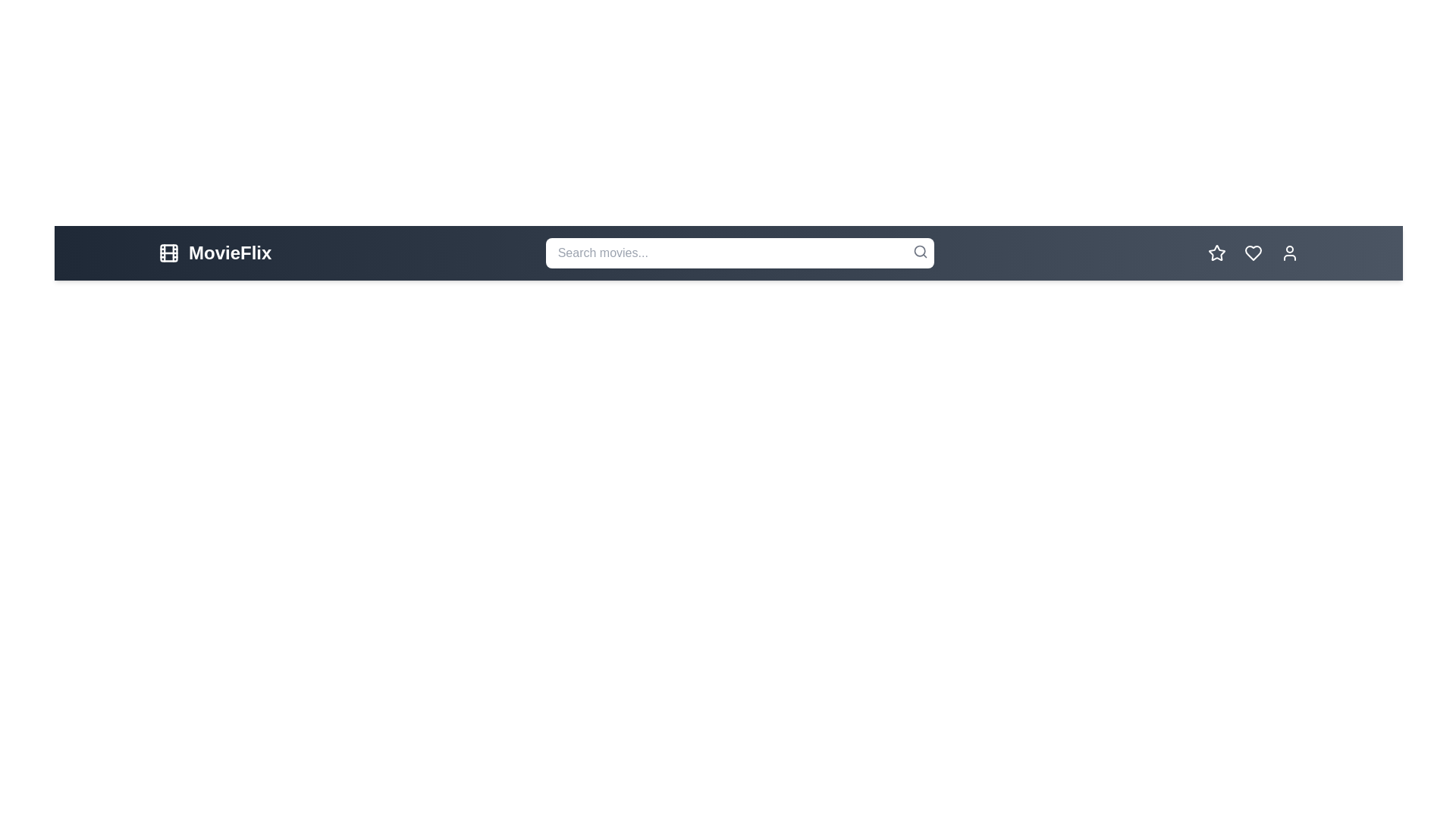 The width and height of the screenshot is (1456, 819). Describe the element at coordinates (1216, 253) in the screenshot. I see `the favorites button to mark or unmark items as favorites` at that location.